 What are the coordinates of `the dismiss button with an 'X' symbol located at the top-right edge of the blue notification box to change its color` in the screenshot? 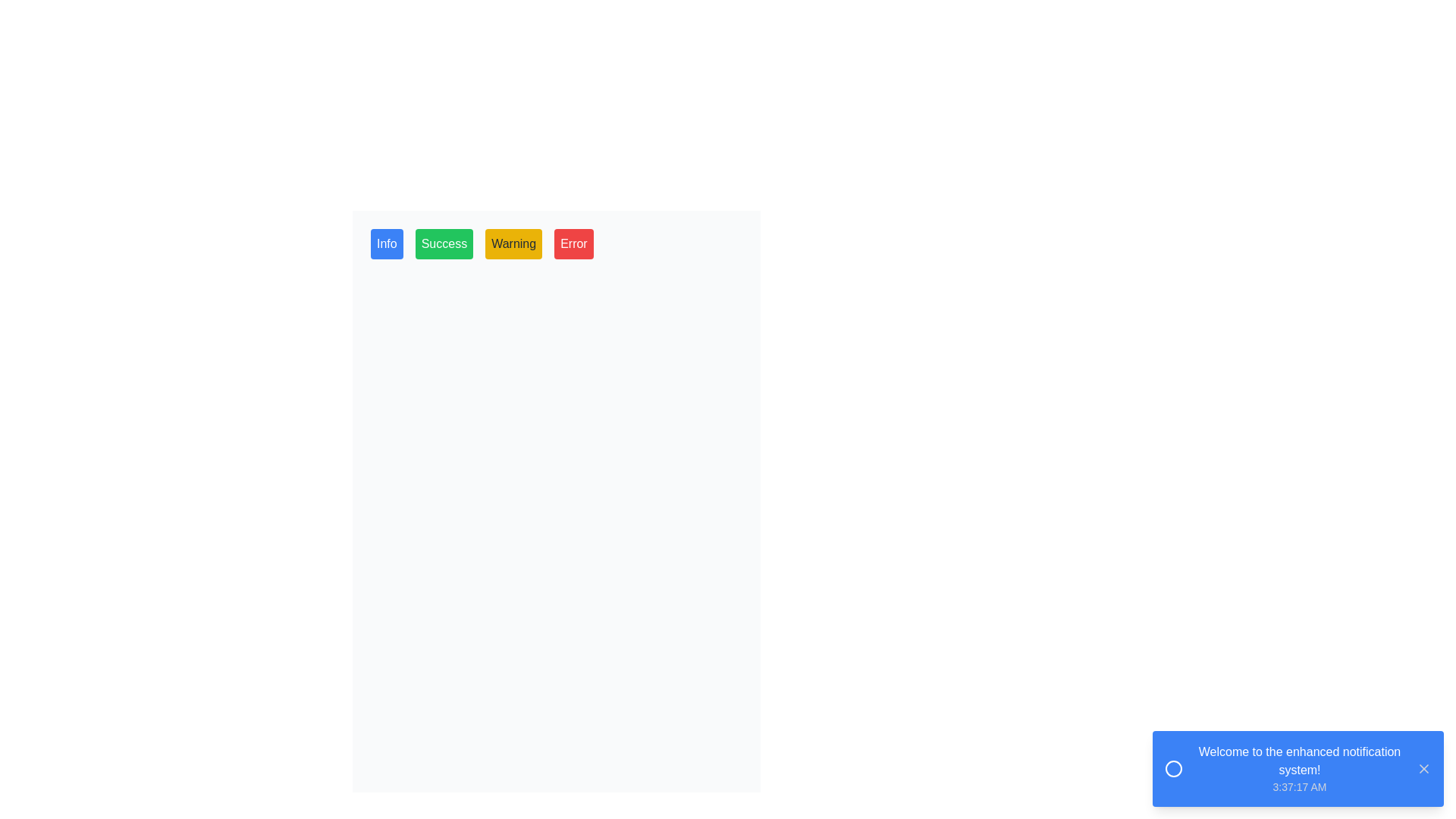 It's located at (1423, 769).